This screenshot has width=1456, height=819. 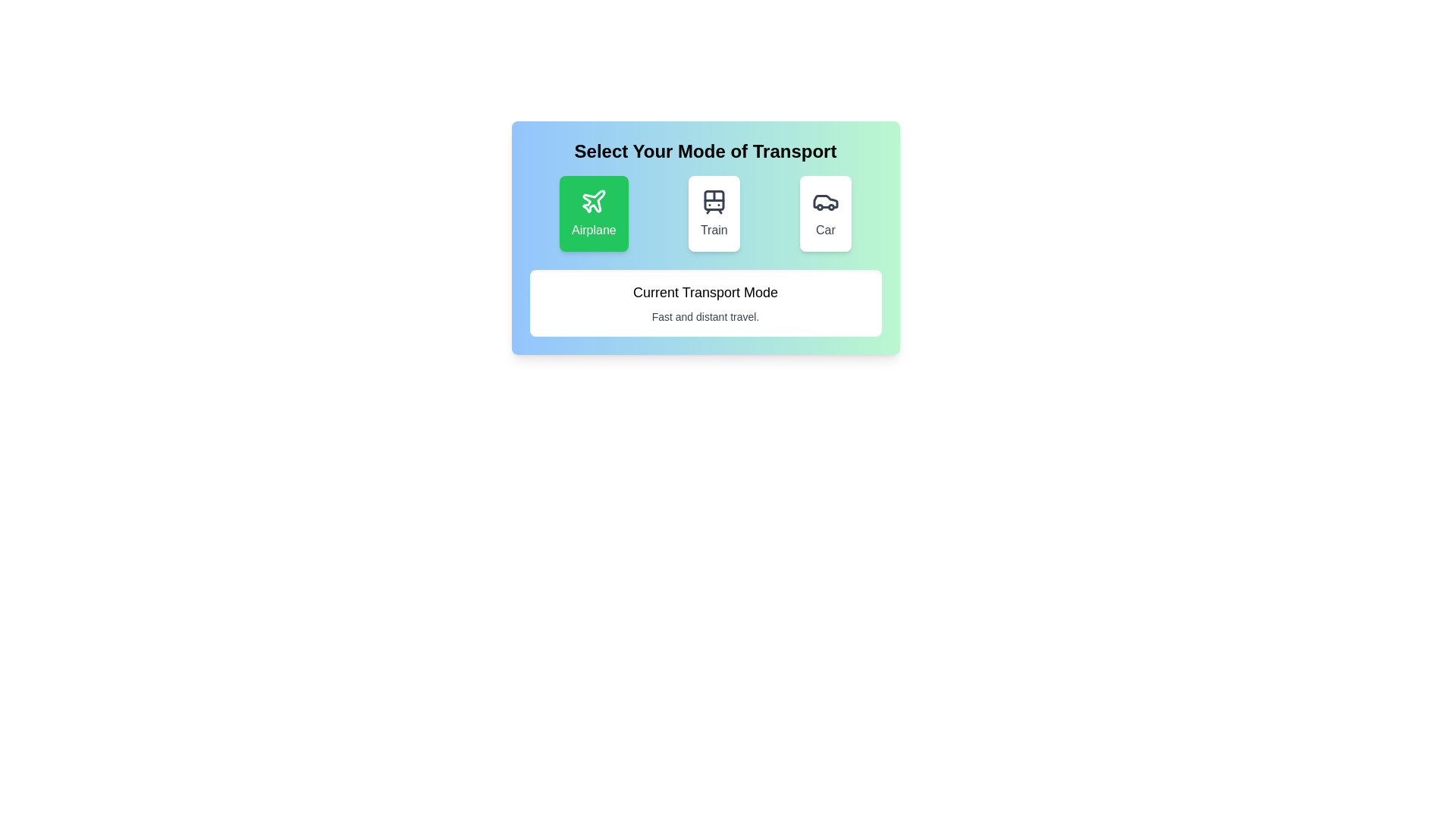 I want to click on the button corresponding to the transportation mode Airplane, so click(x=592, y=213).